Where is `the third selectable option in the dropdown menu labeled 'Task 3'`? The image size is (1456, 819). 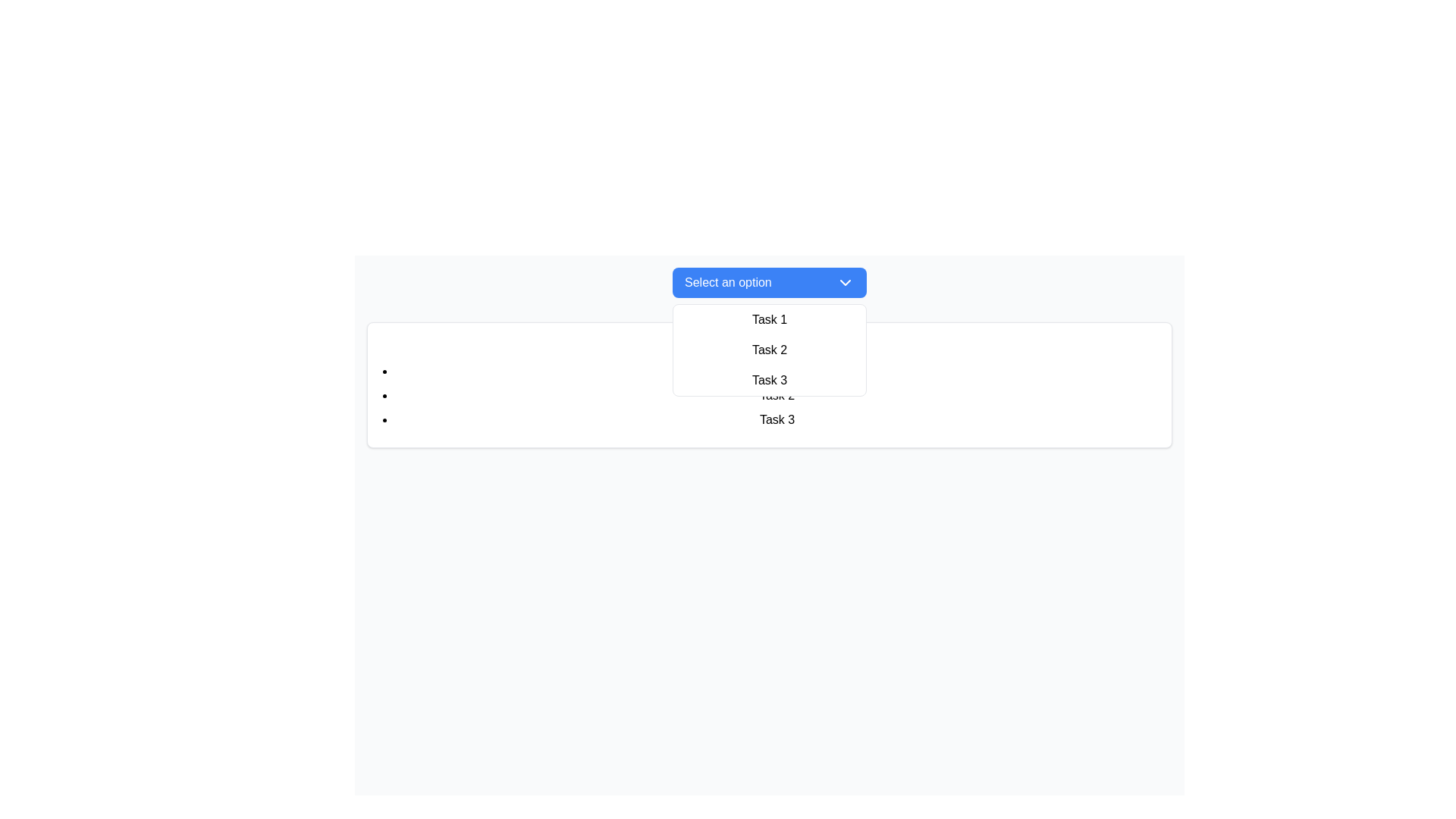 the third selectable option in the dropdown menu labeled 'Task 3' is located at coordinates (769, 379).